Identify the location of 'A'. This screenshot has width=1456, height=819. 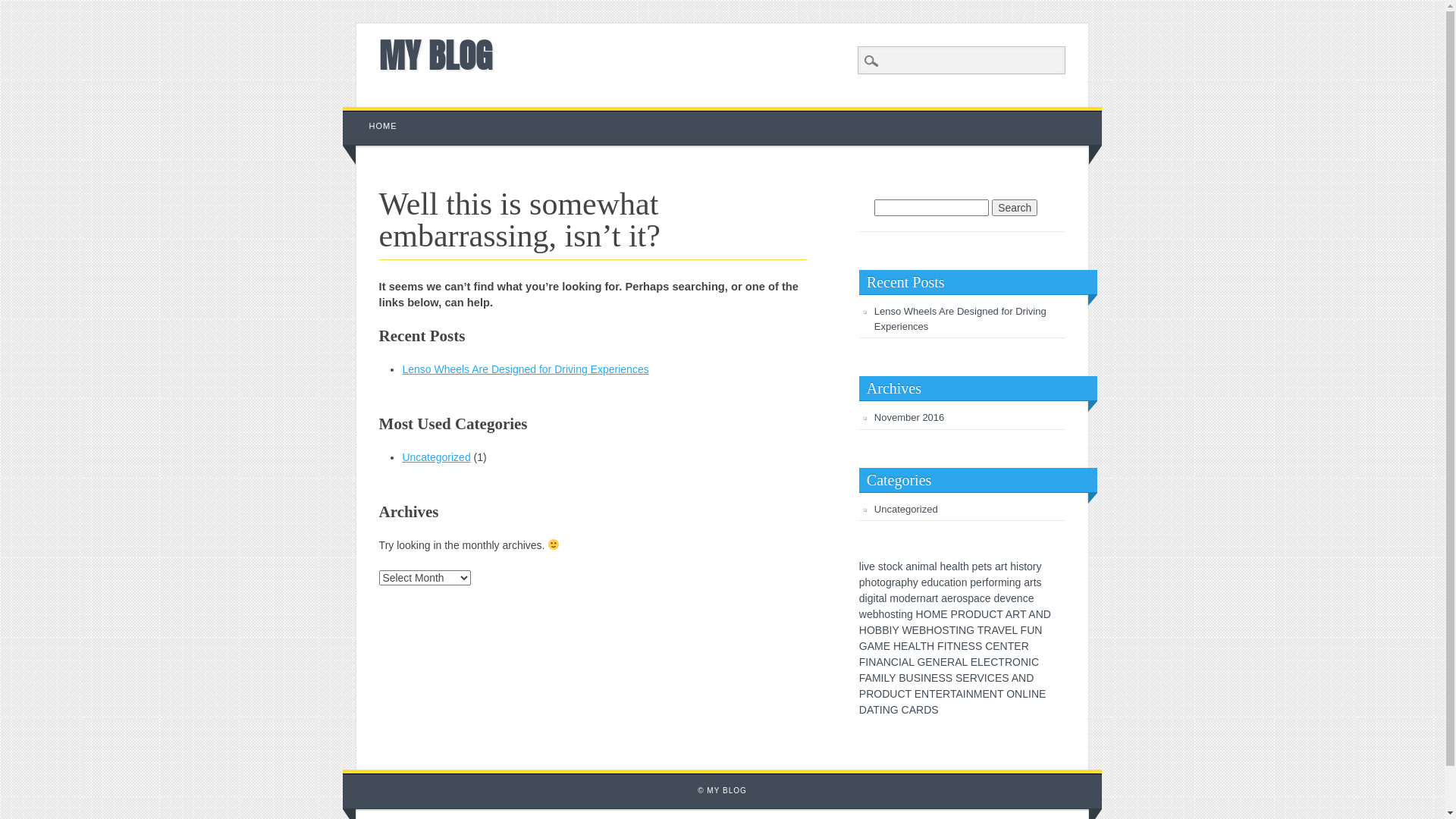
(902, 661).